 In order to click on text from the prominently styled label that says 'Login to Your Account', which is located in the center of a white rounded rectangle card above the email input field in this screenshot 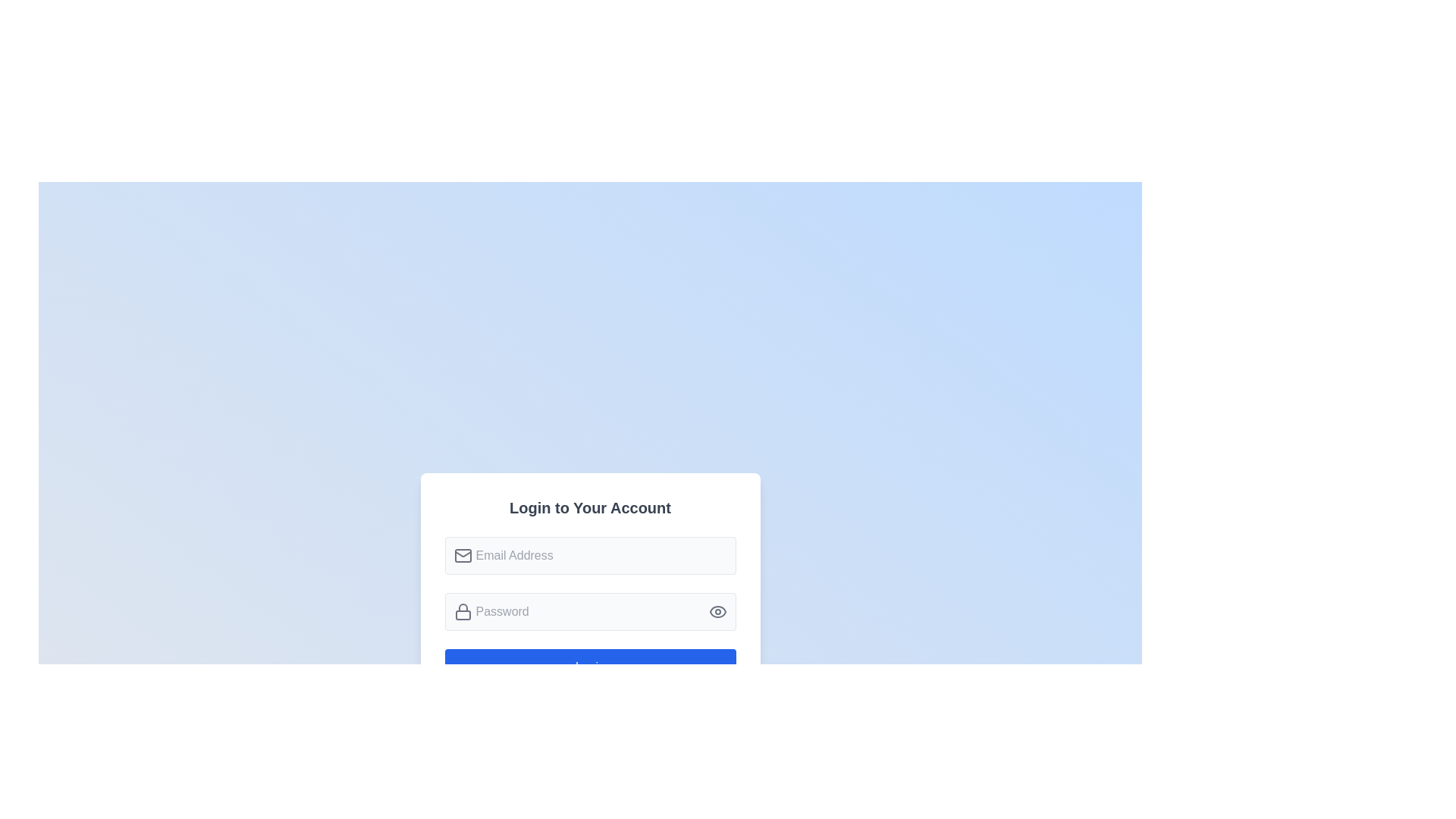, I will do `click(589, 508)`.